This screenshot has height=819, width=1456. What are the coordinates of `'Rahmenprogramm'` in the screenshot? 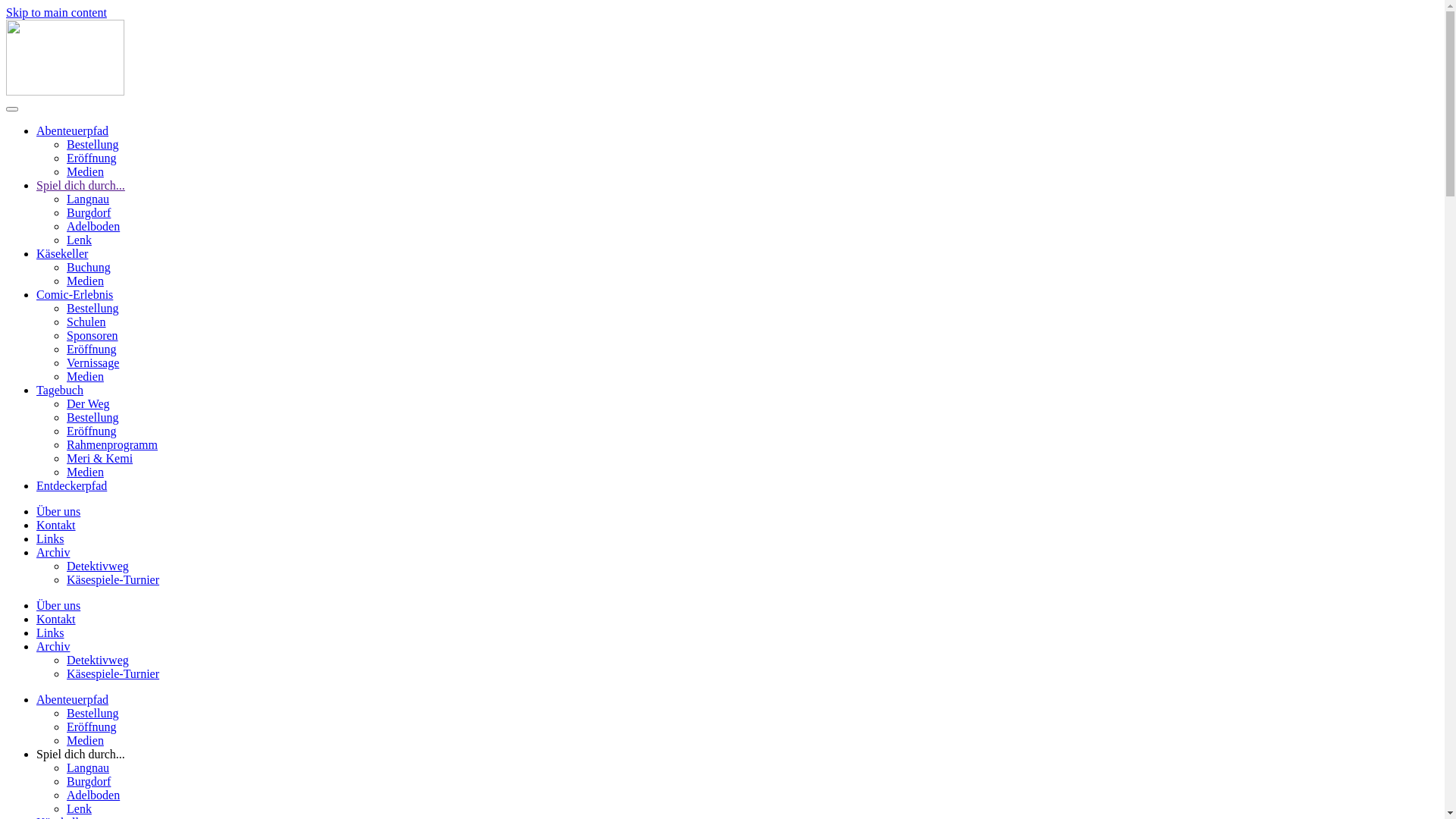 It's located at (111, 444).